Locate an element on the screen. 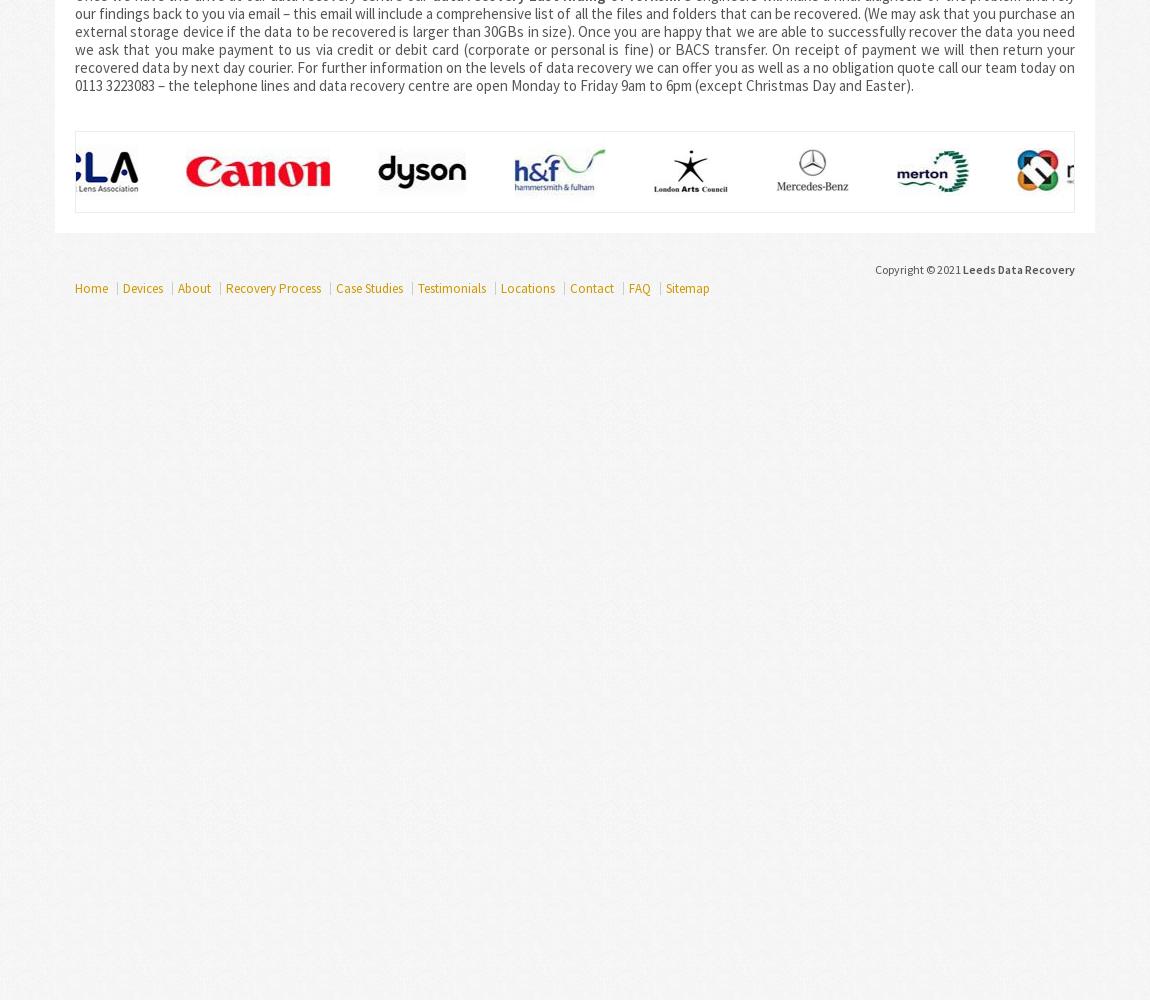 The image size is (1150, 1000). 'Case Studies' is located at coordinates (369, 288).